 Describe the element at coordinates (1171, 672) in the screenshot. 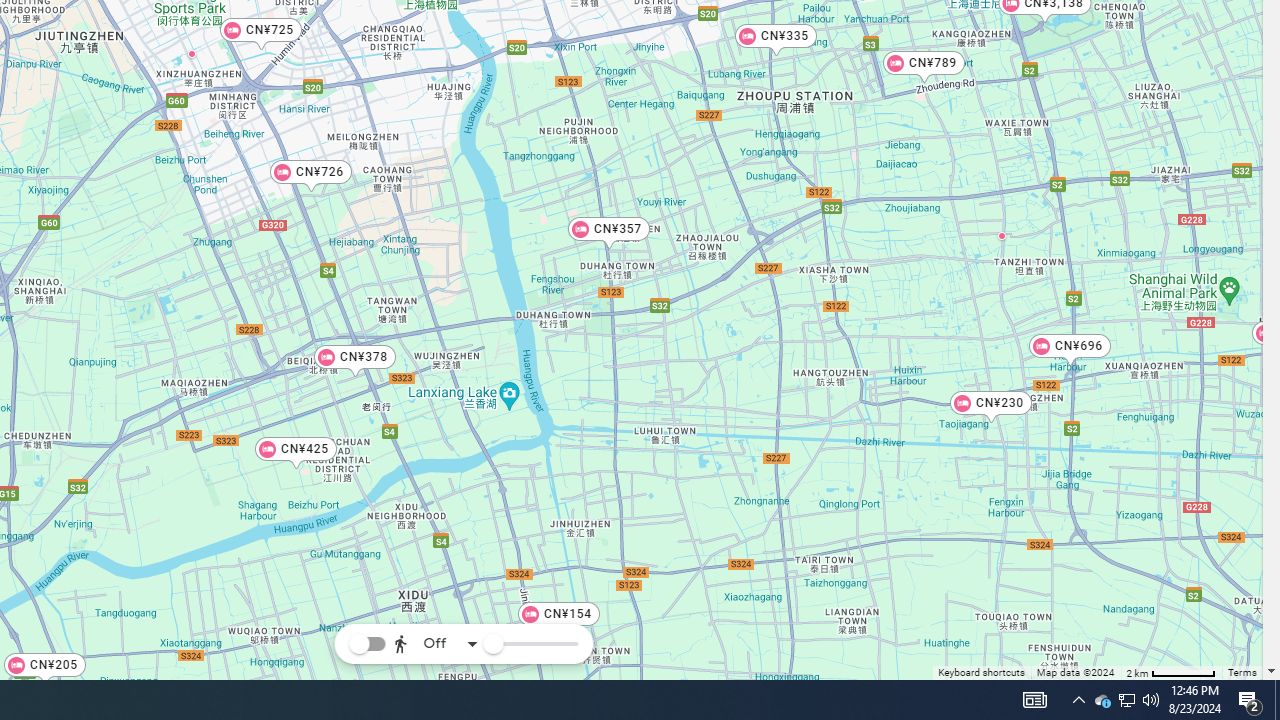

I see `'Map Scale: 2 km per 61 pixels'` at that location.